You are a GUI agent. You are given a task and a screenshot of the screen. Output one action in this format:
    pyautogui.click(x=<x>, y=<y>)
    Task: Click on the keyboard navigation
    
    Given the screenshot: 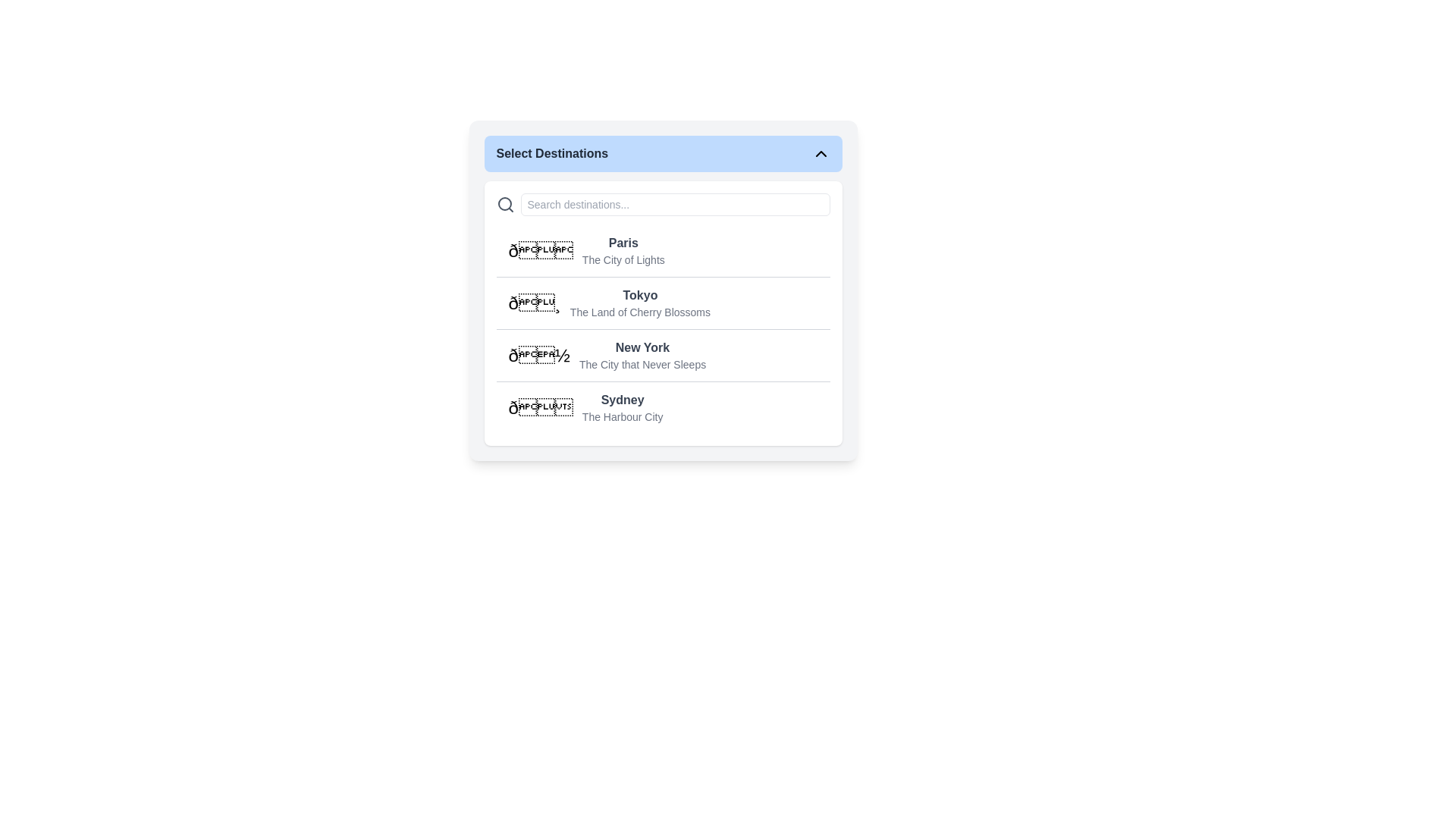 What is the action you would take?
    pyautogui.click(x=663, y=250)
    